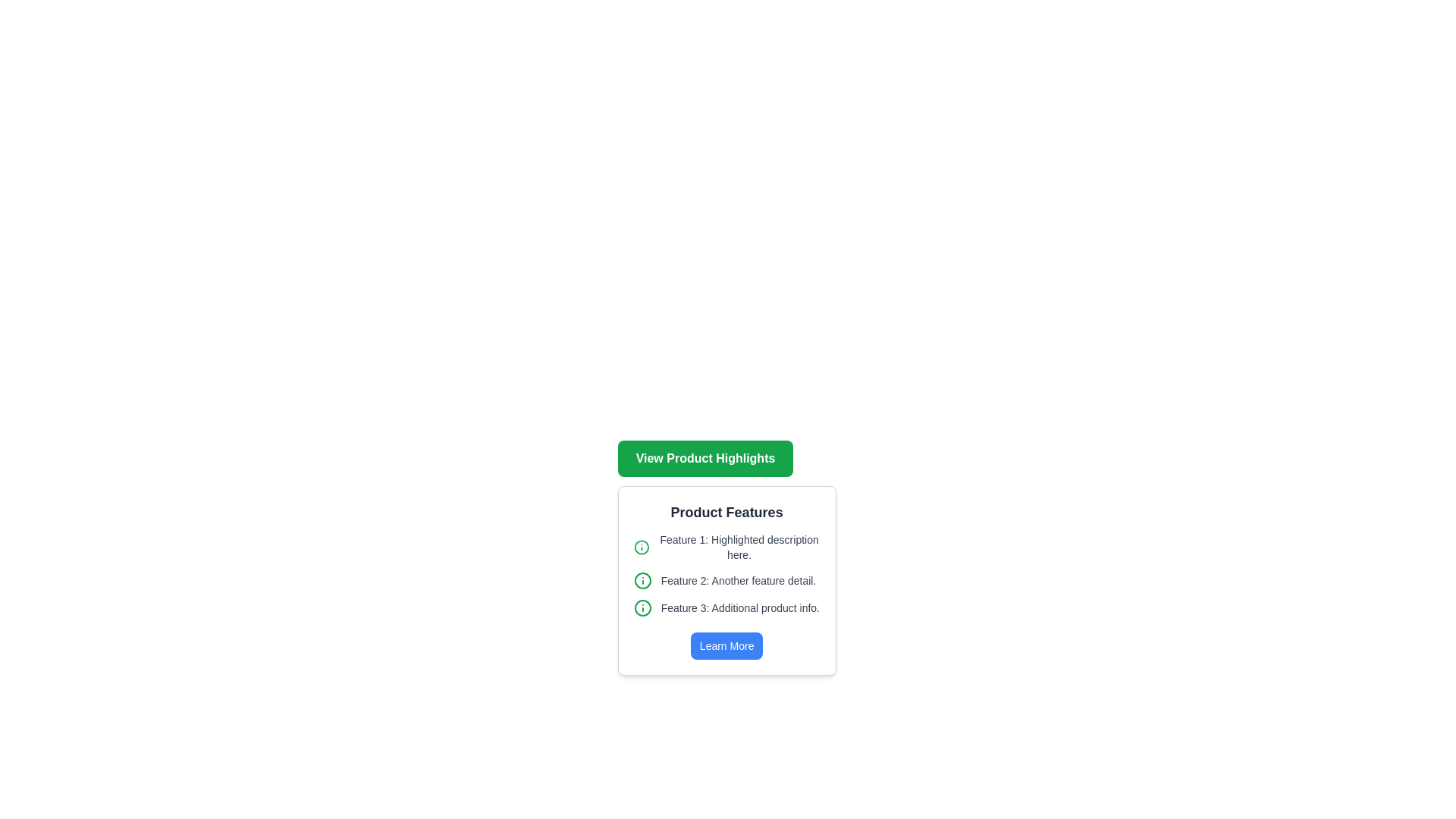  Describe the element at coordinates (739, 547) in the screenshot. I see `the text label that describes the first feature in the 'Product Features' section, which is accompanied by a green 'info' icon` at that location.